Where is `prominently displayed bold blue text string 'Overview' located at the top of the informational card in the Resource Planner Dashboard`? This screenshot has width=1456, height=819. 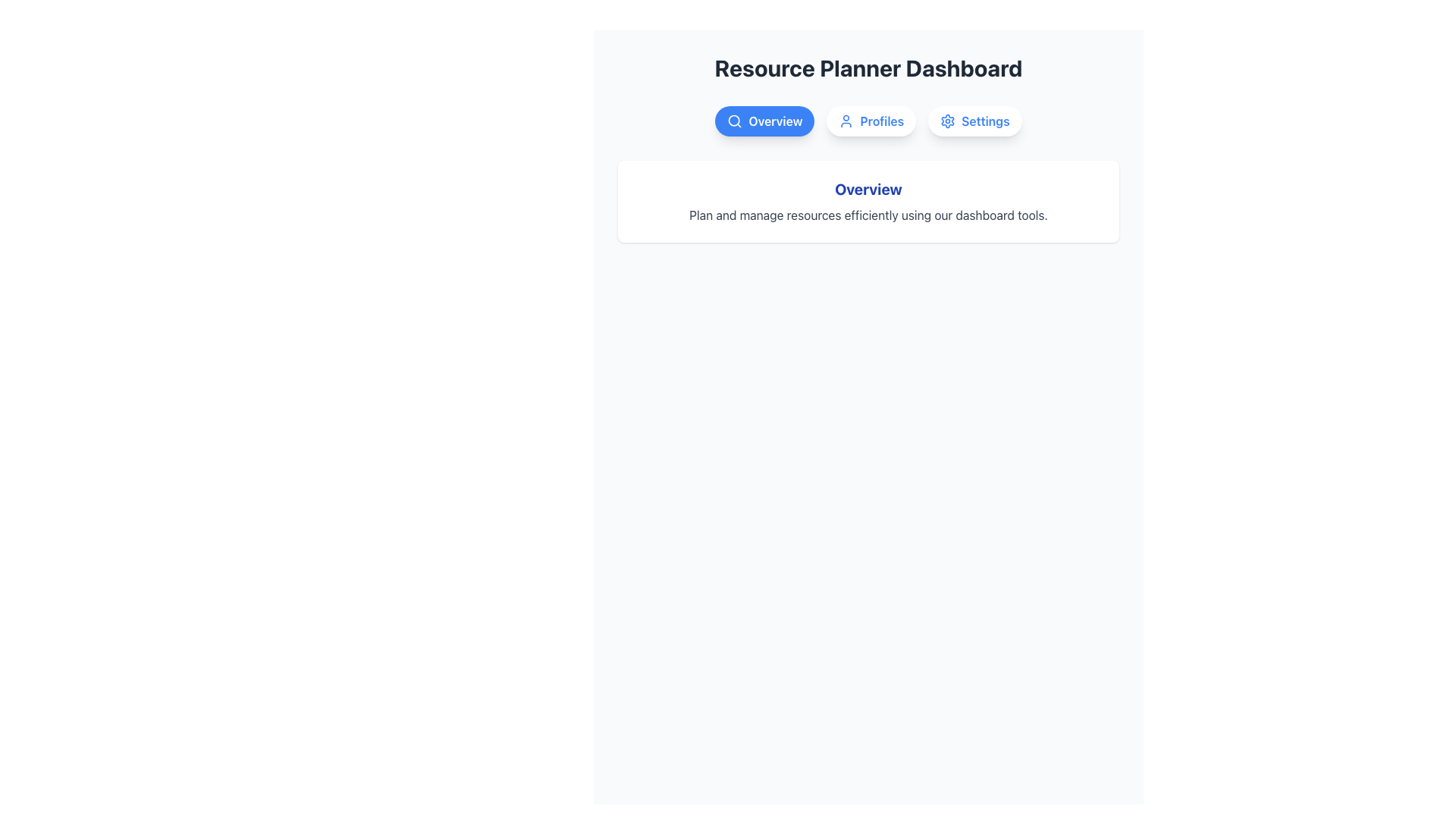 prominently displayed bold blue text string 'Overview' located at the top of the informational card in the Resource Planner Dashboard is located at coordinates (868, 189).